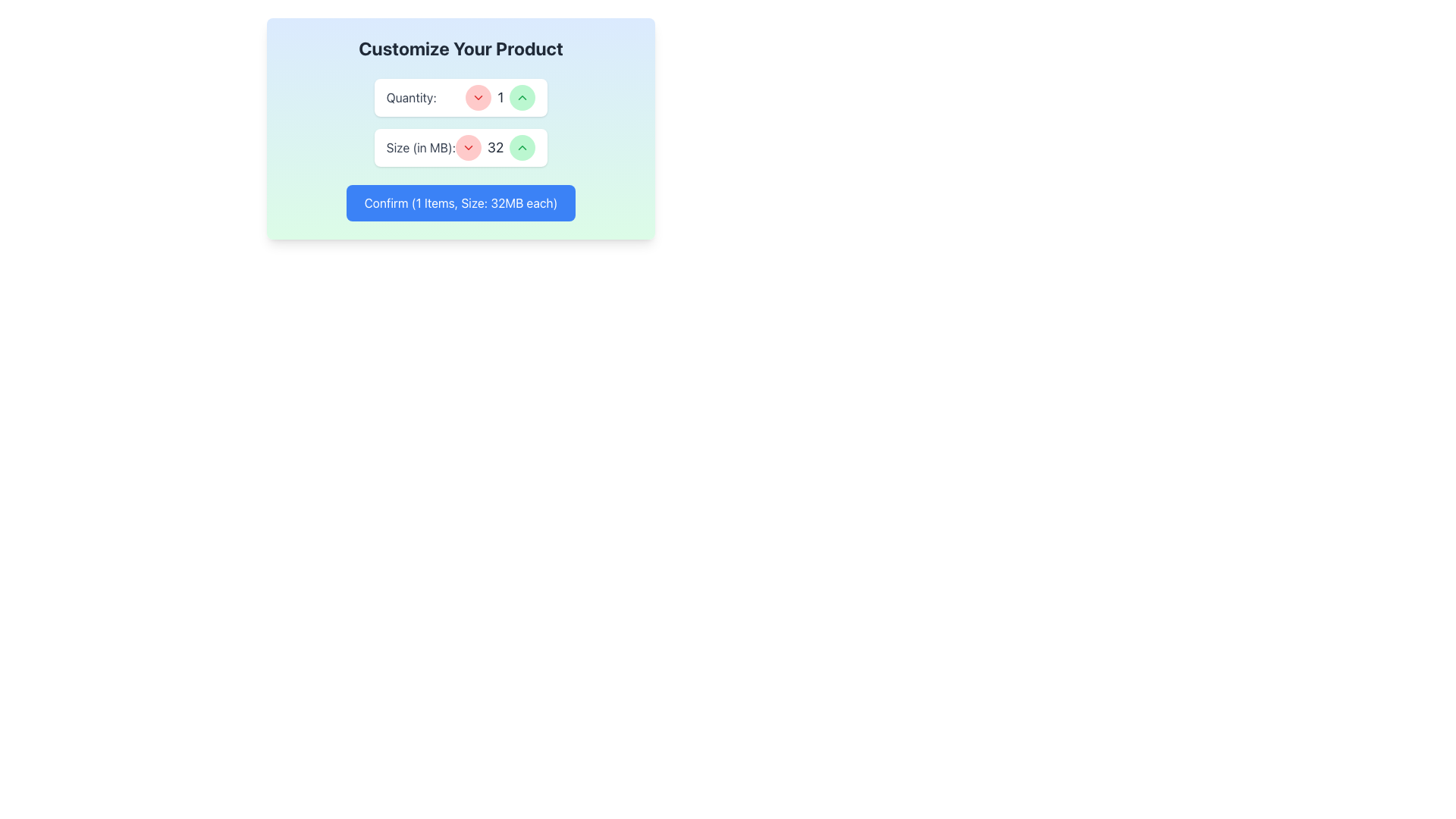 The width and height of the screenshot is (1456, 819). Describe the element at coordinates (500, 97) in the screenshot. I see `displayed quantity value from the Static Text Display located centrally between the circular red button on the left and the green button on the right within the 'Quantity' adjustment section` at that location.